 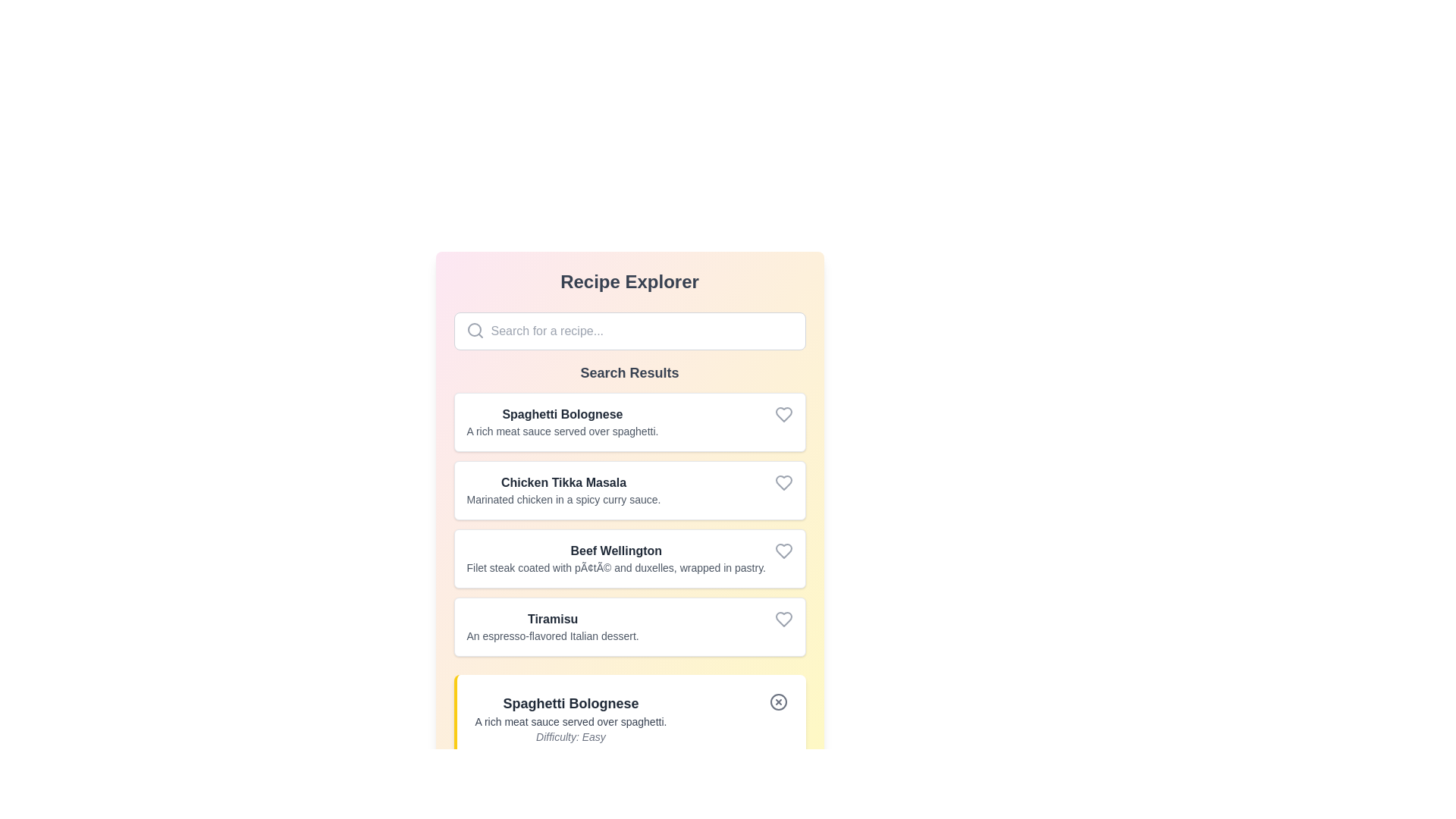 What do you see at coordinates (629, 626) in the screenshot?
I see `the card displaying the recipe 'Tiramisu' in the Search Results section` at bounding box center [629, 626].